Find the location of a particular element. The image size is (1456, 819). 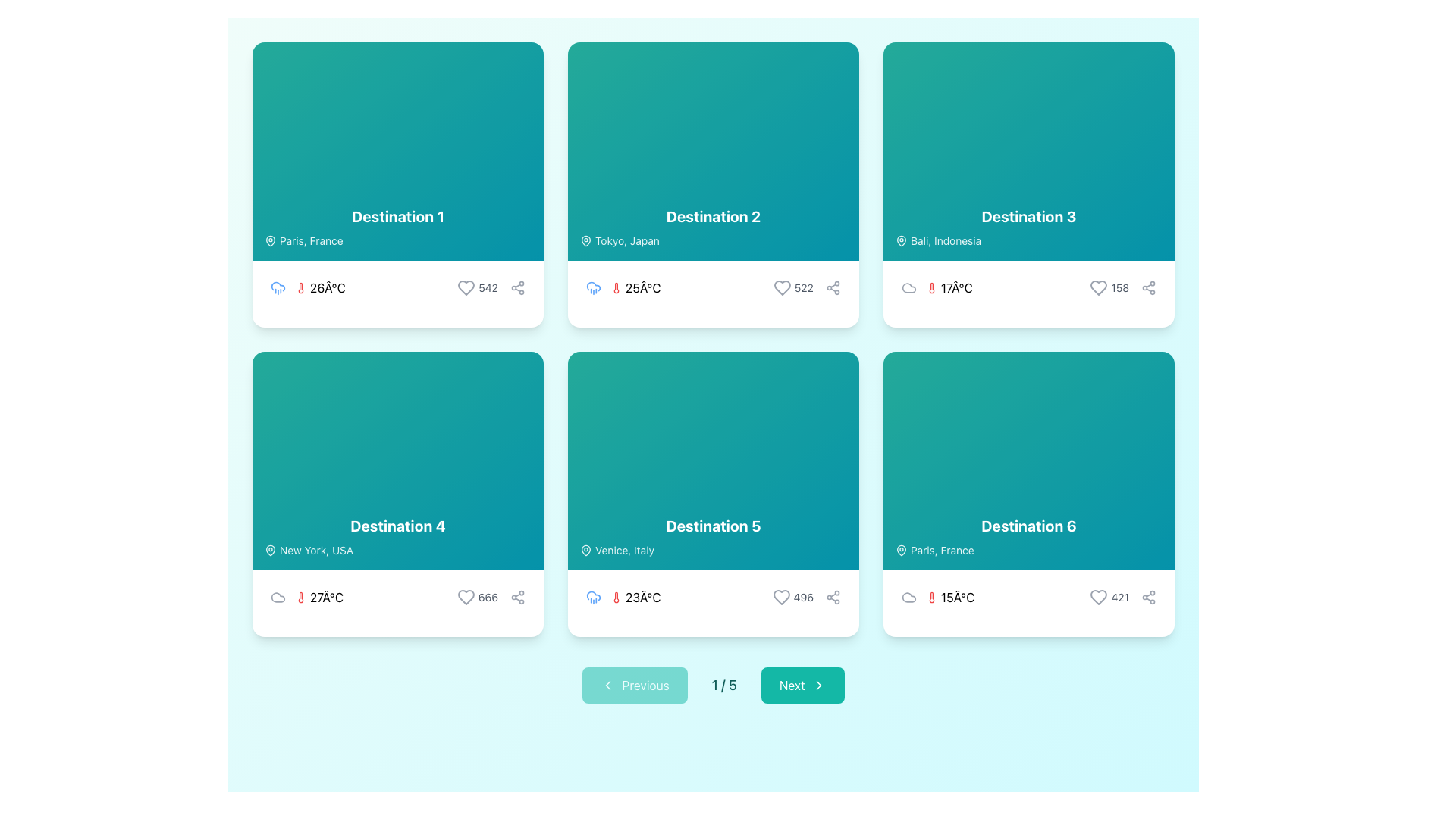

the heart icon located at the bottom-right corner of the 'Destination 1' card is located at coordinates (466, 288).